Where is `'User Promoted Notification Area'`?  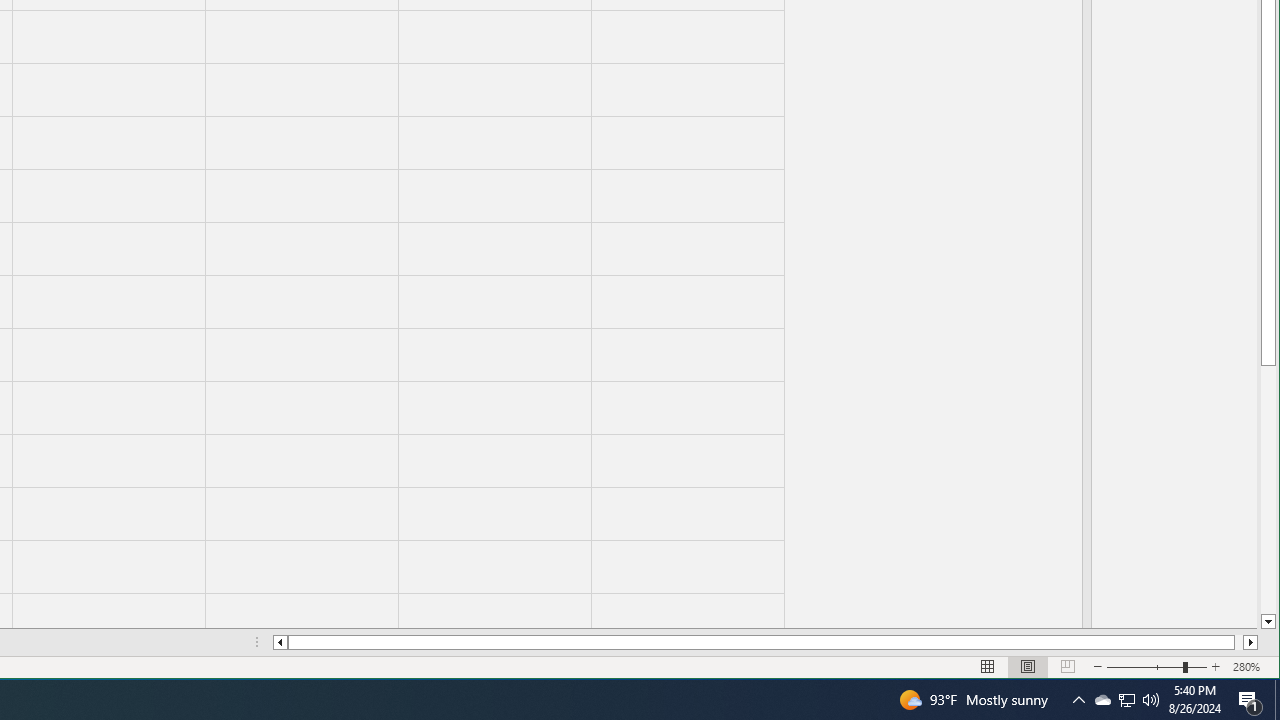
'User Promoted Notification Area' is located at coordinates (1127, 698).